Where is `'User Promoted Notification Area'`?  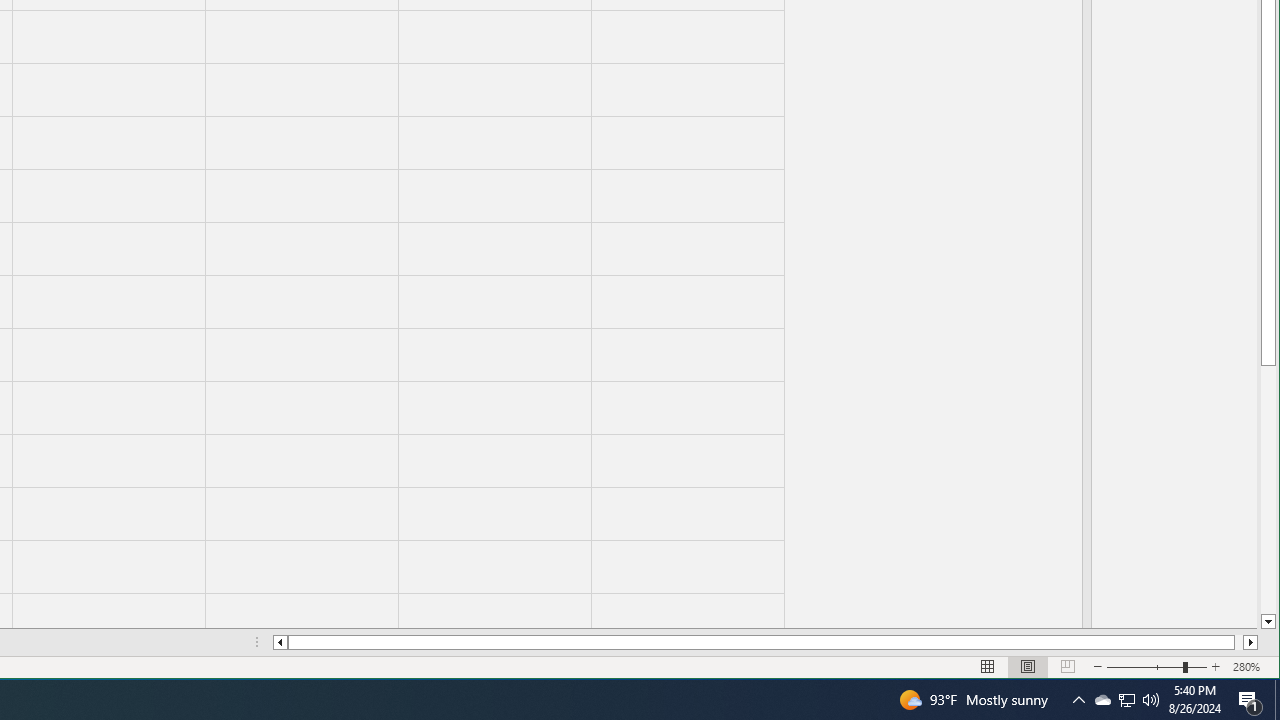
'User Promoted Notification Area' is located at coordinates (1127, 698).